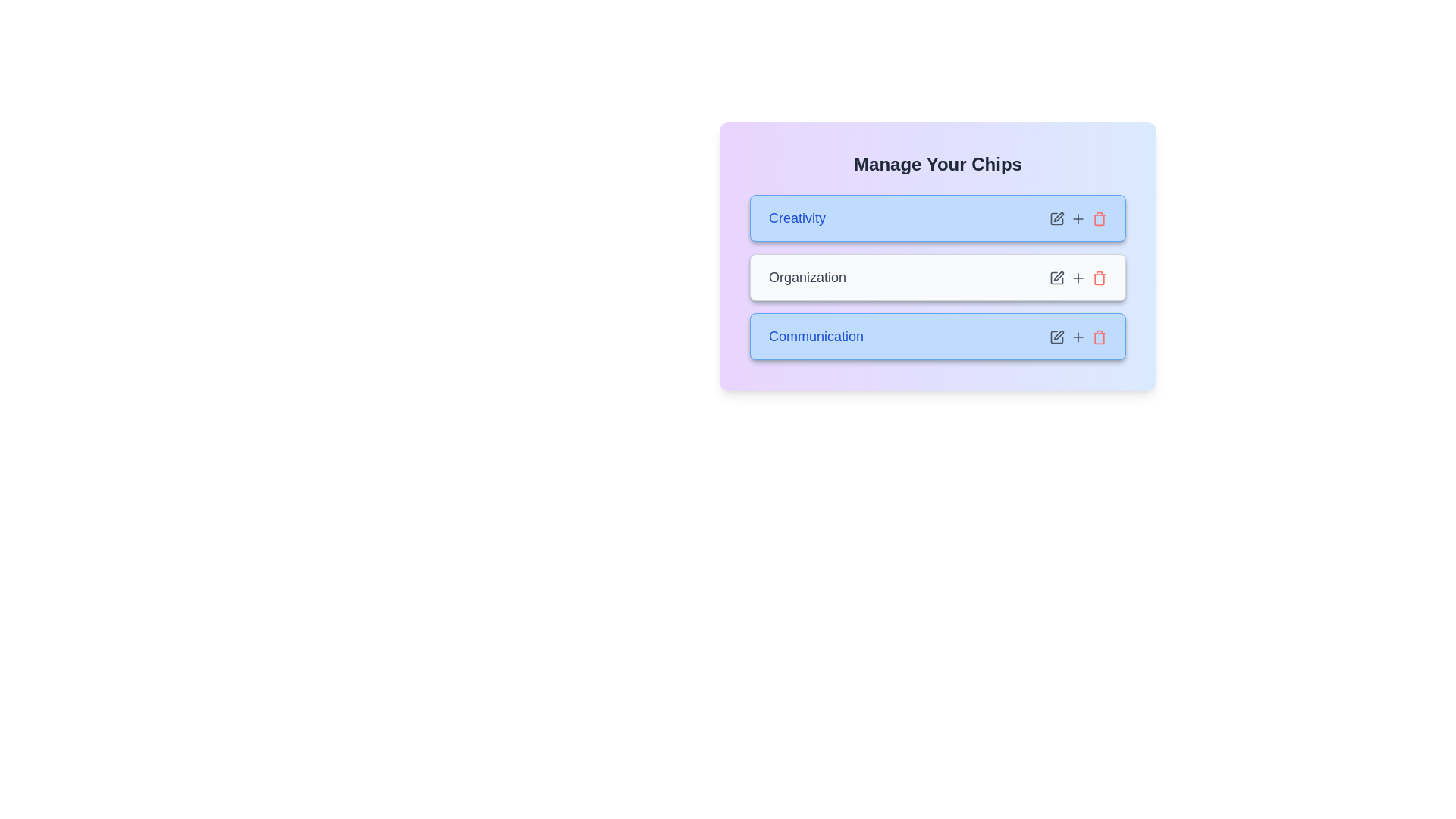  What do you see at coordinates (1099, 336) in the screenshot?
I see `delete icon for the chip labeled 'Communication'` at bounding box center [1099, 336].